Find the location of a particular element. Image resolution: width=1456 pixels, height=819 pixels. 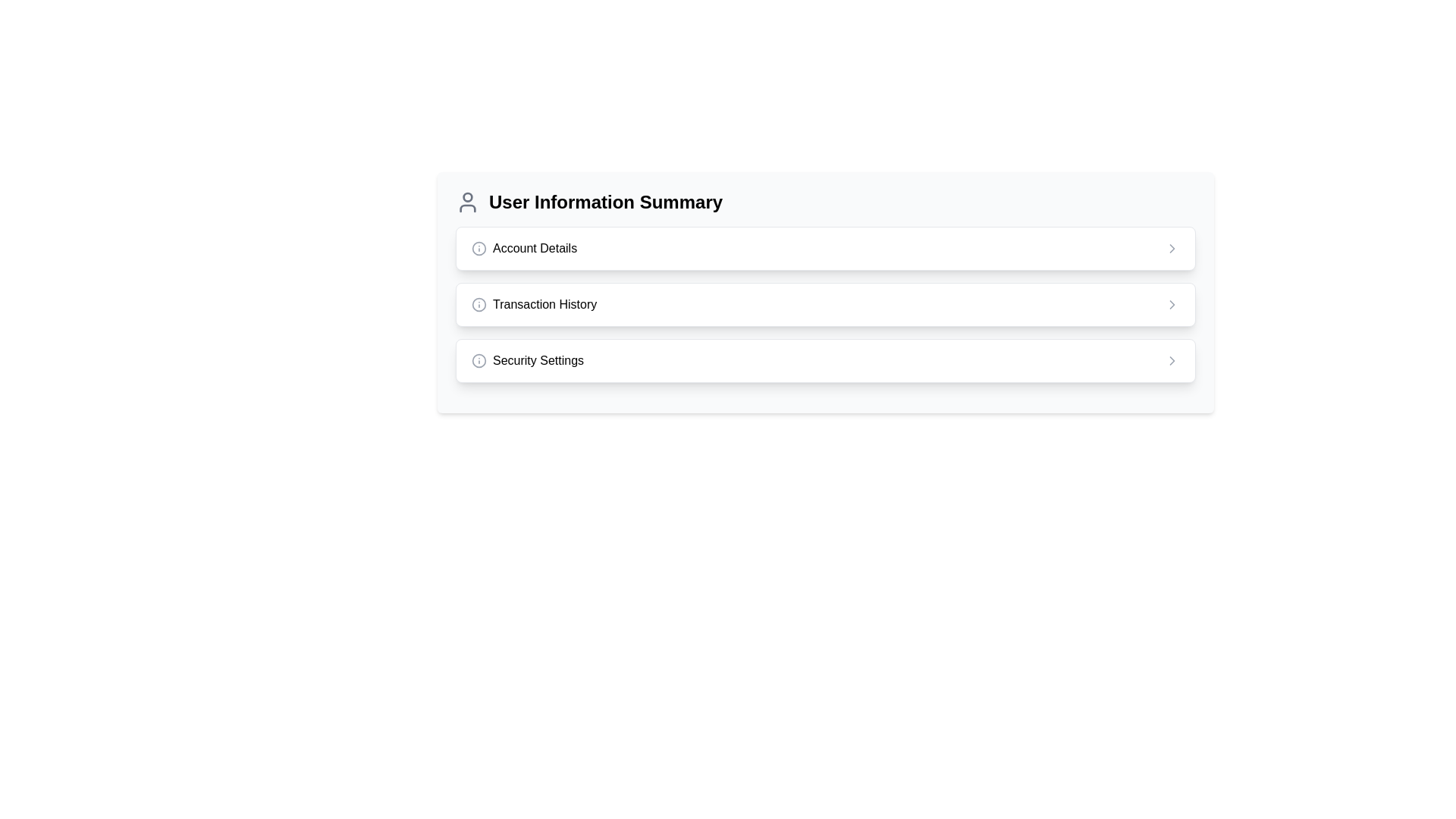

the information icon associated with the 'Account Details' section title is located at coordinates (524, 247).